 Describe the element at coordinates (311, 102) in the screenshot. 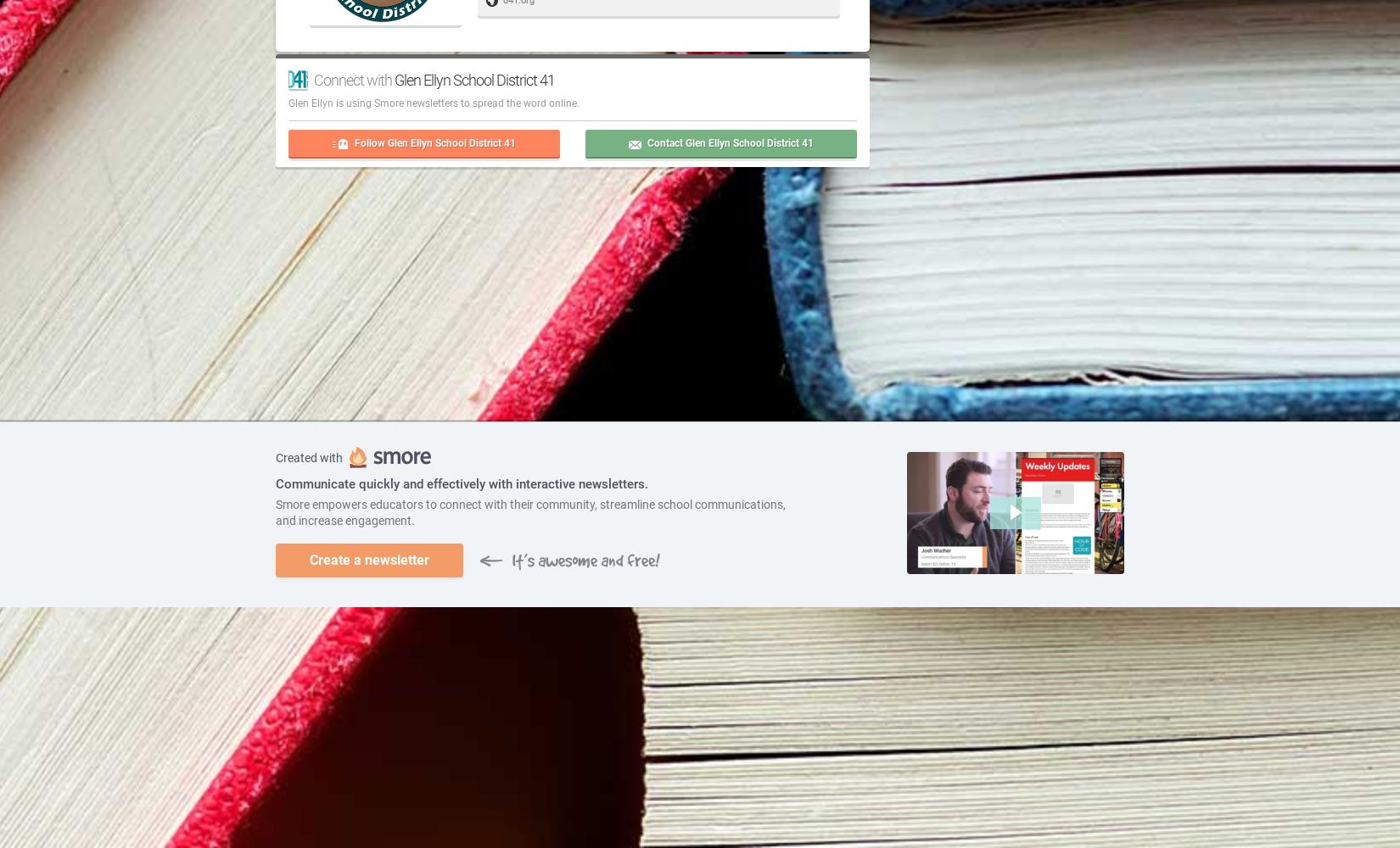

I see `'Glen Ellyn'` at that location.